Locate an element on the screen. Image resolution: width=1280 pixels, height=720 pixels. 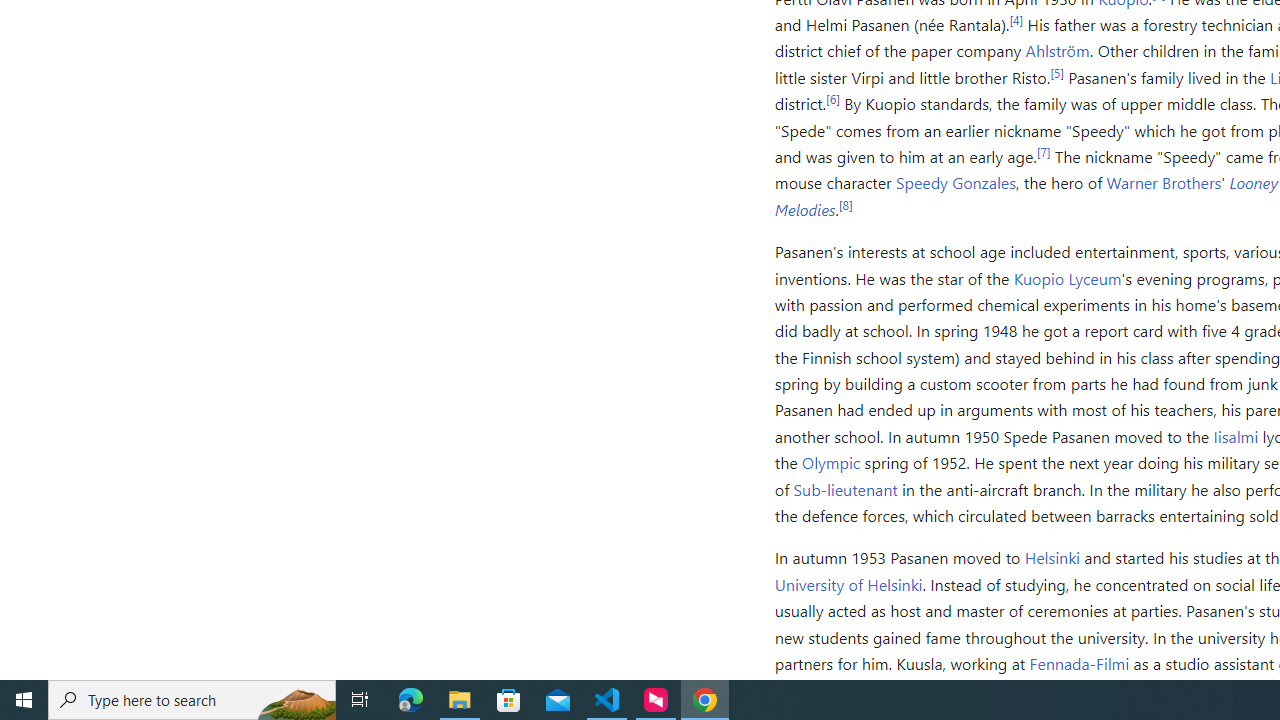
'Warner Brothers' is located at coordinates (1164, 182).